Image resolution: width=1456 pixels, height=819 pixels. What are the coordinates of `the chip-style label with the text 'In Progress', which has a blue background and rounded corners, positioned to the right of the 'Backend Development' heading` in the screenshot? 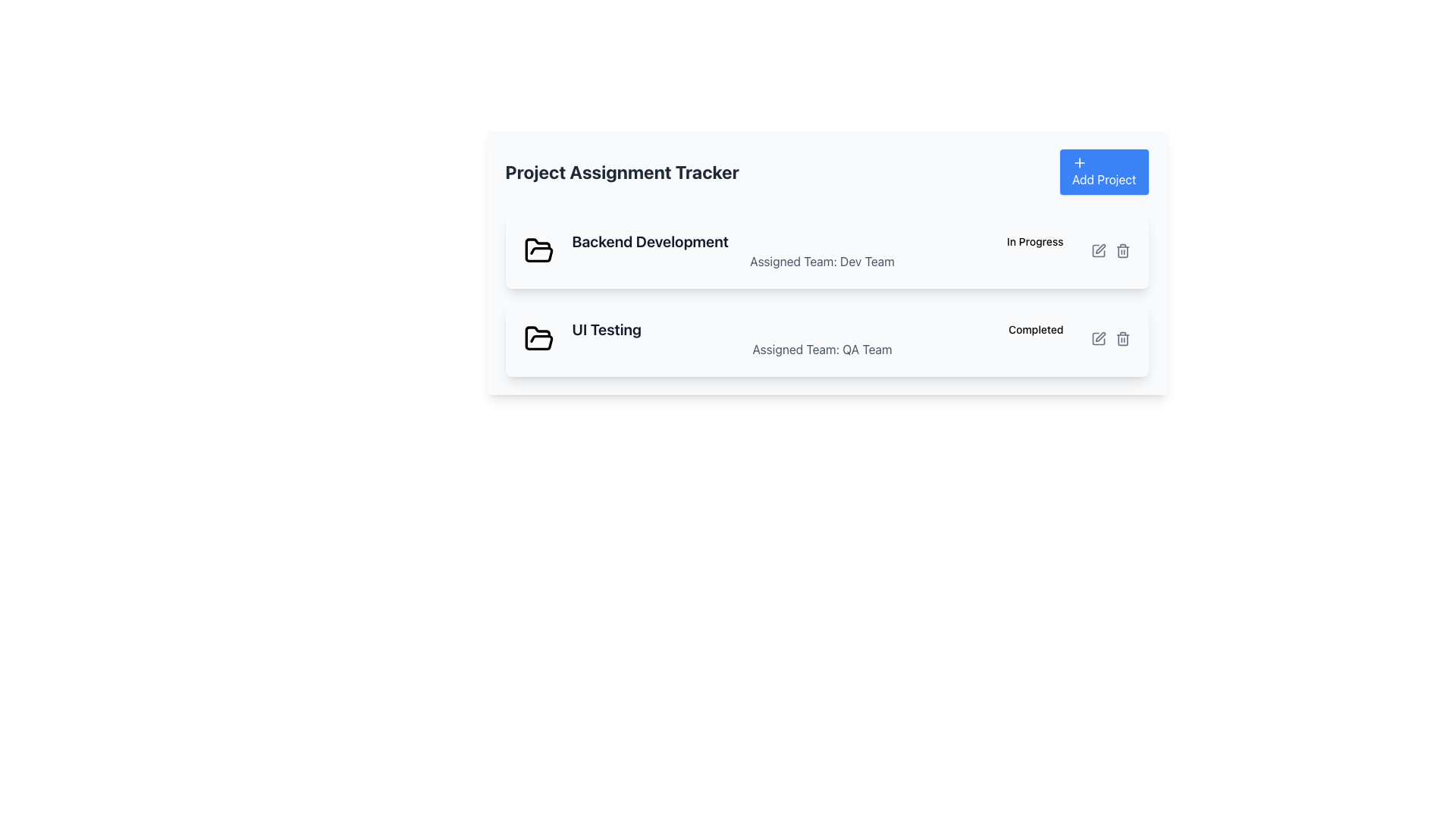 It's located at (1034, 241).